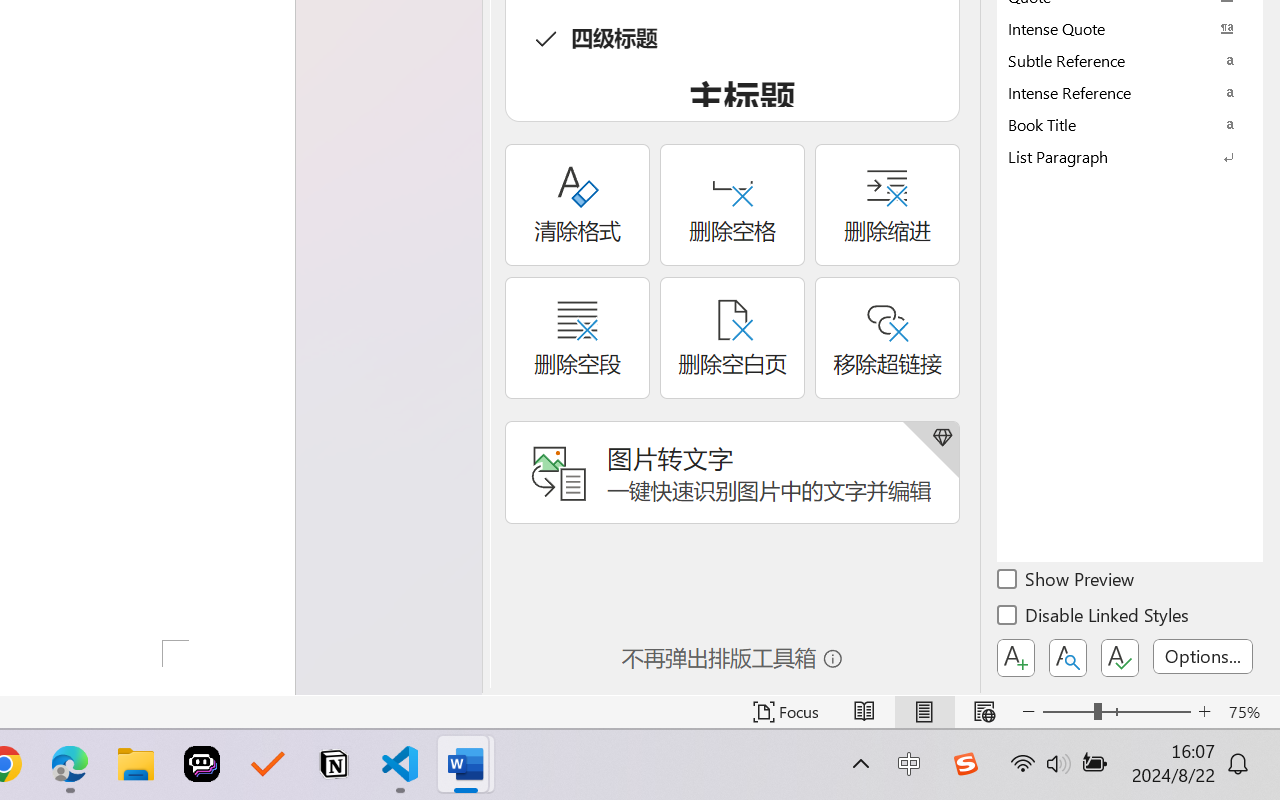  What do you see at coordinates (1067, 711) in the screenshot?
I see `'Zoom Out'` at bounding box center [1067, 711].